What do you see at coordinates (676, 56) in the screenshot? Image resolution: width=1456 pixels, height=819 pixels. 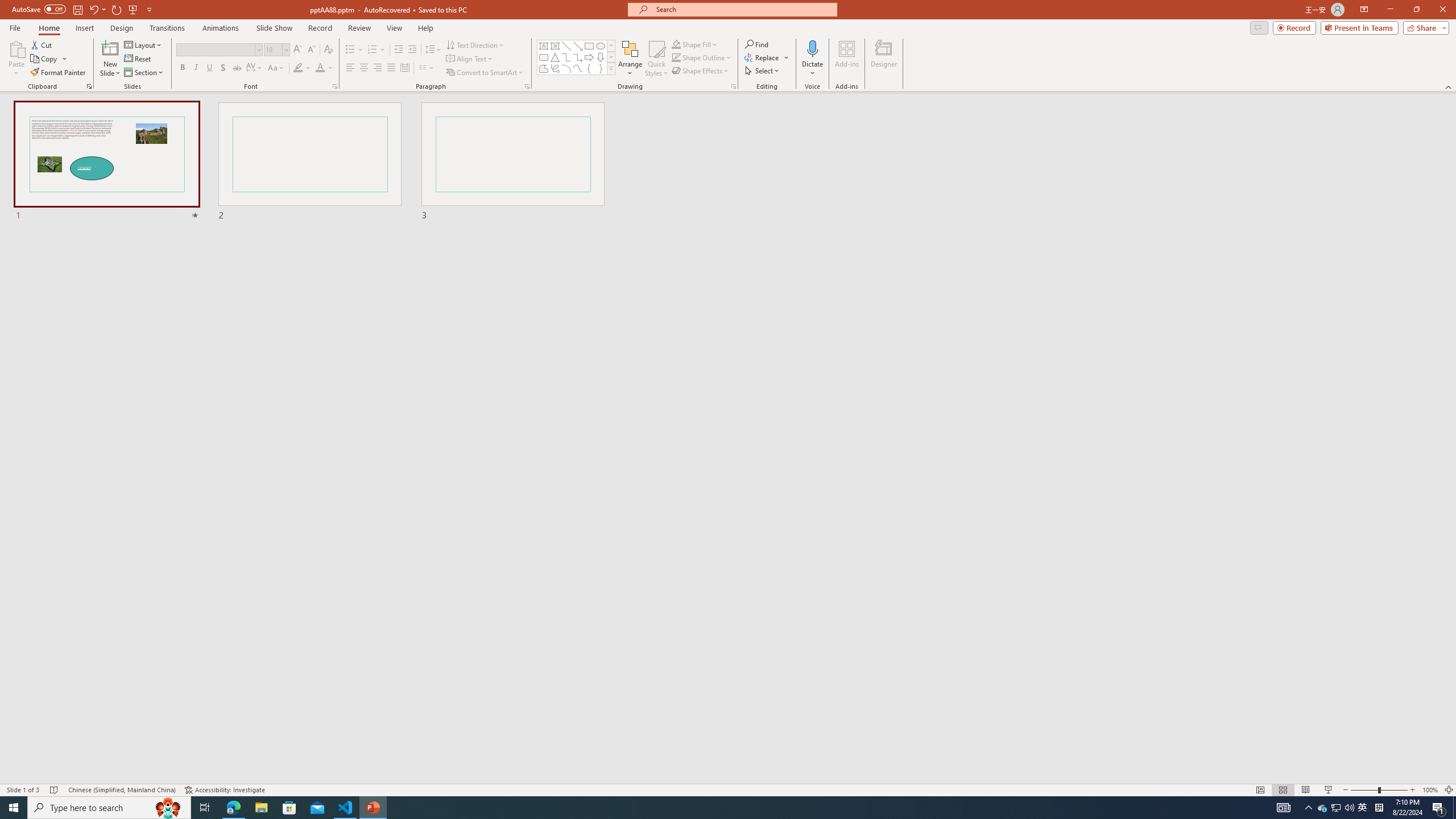 I see `'Shape Outline Teal, Accent 1'` at bounding box center [676, 56].